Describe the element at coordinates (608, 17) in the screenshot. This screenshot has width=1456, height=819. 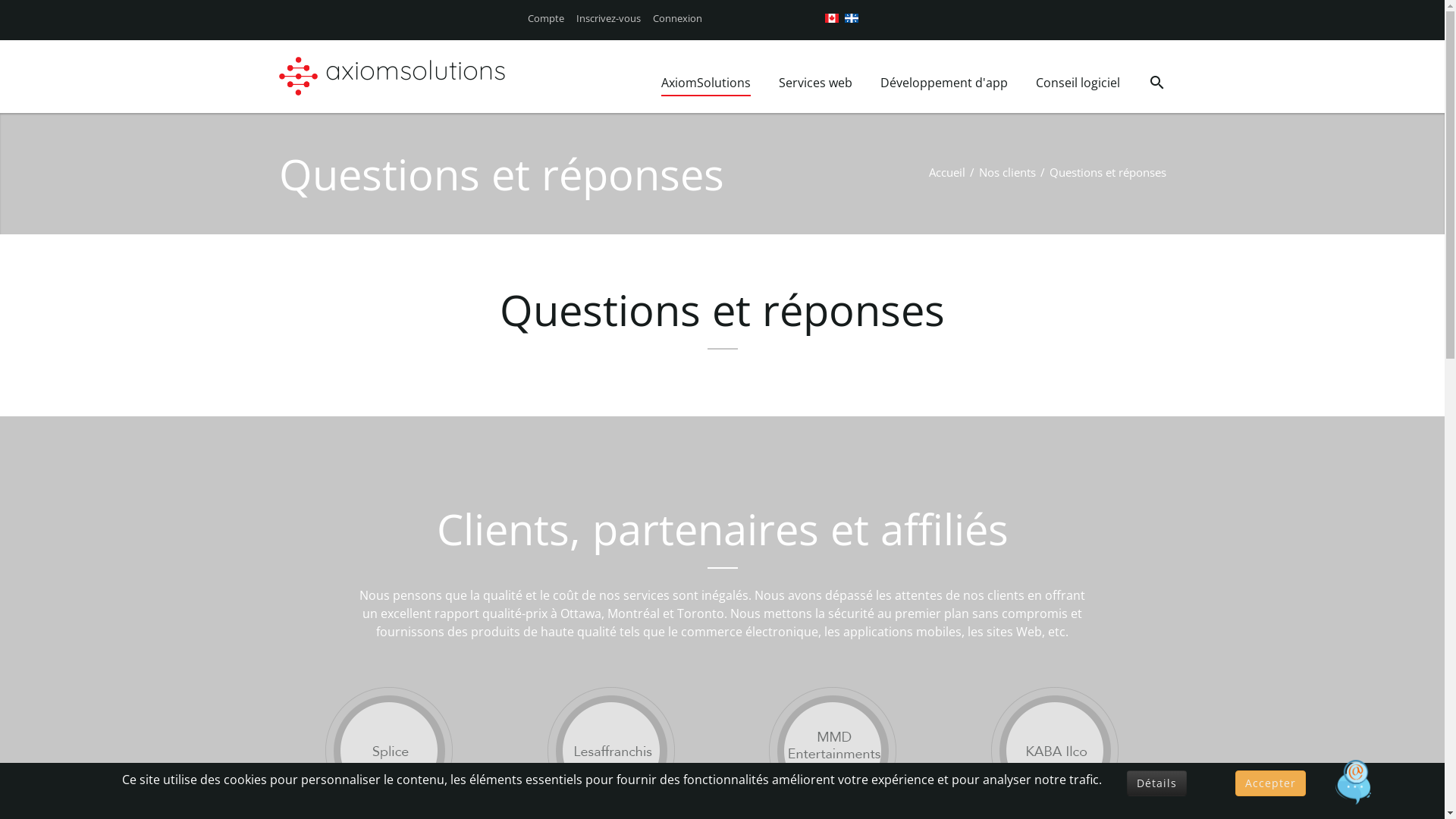
I see `'Inscrivez-vous'` at that location.